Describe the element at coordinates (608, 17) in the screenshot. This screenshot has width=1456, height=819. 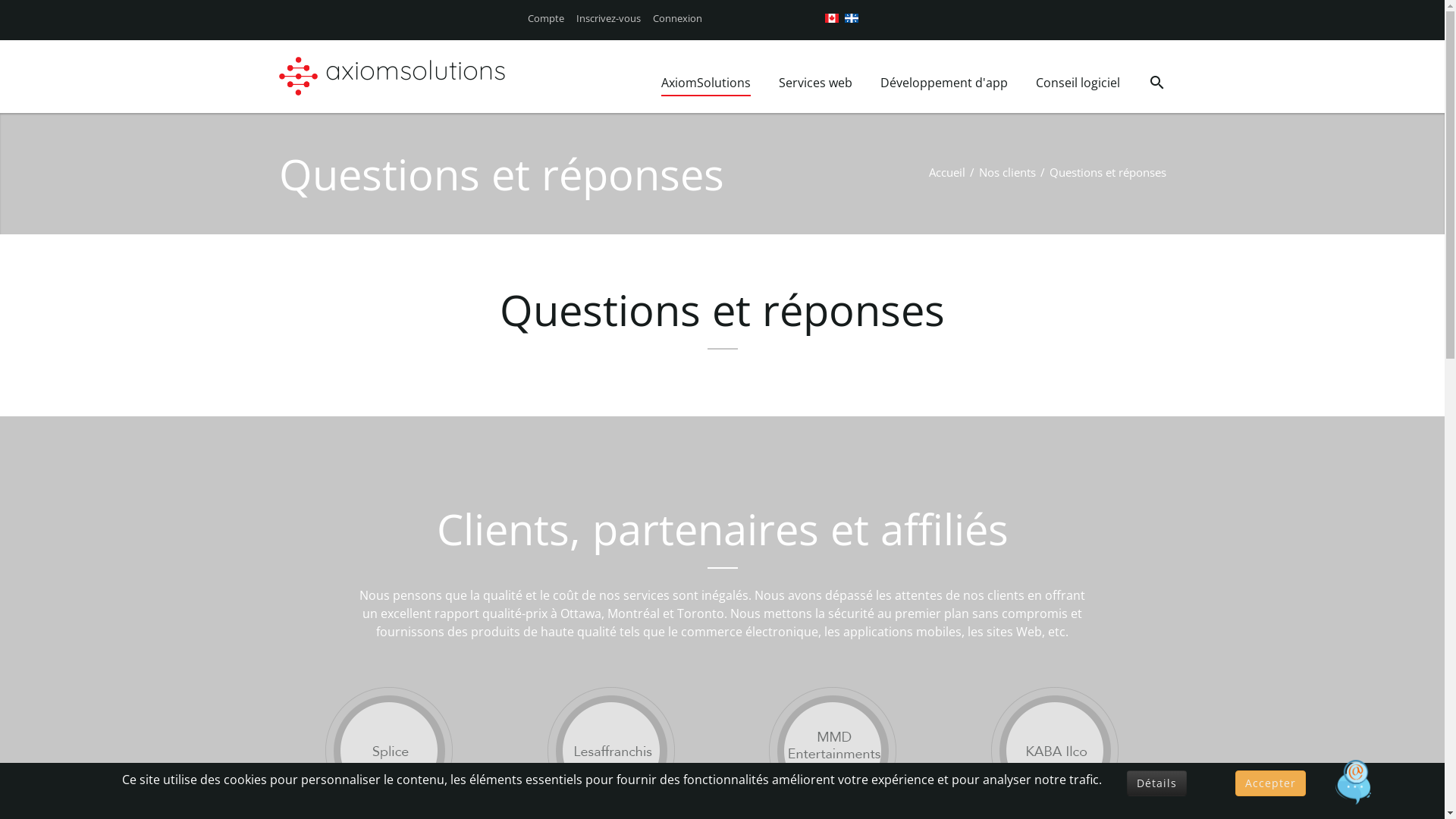
I see `'Inscrivez-vous'` at that location.